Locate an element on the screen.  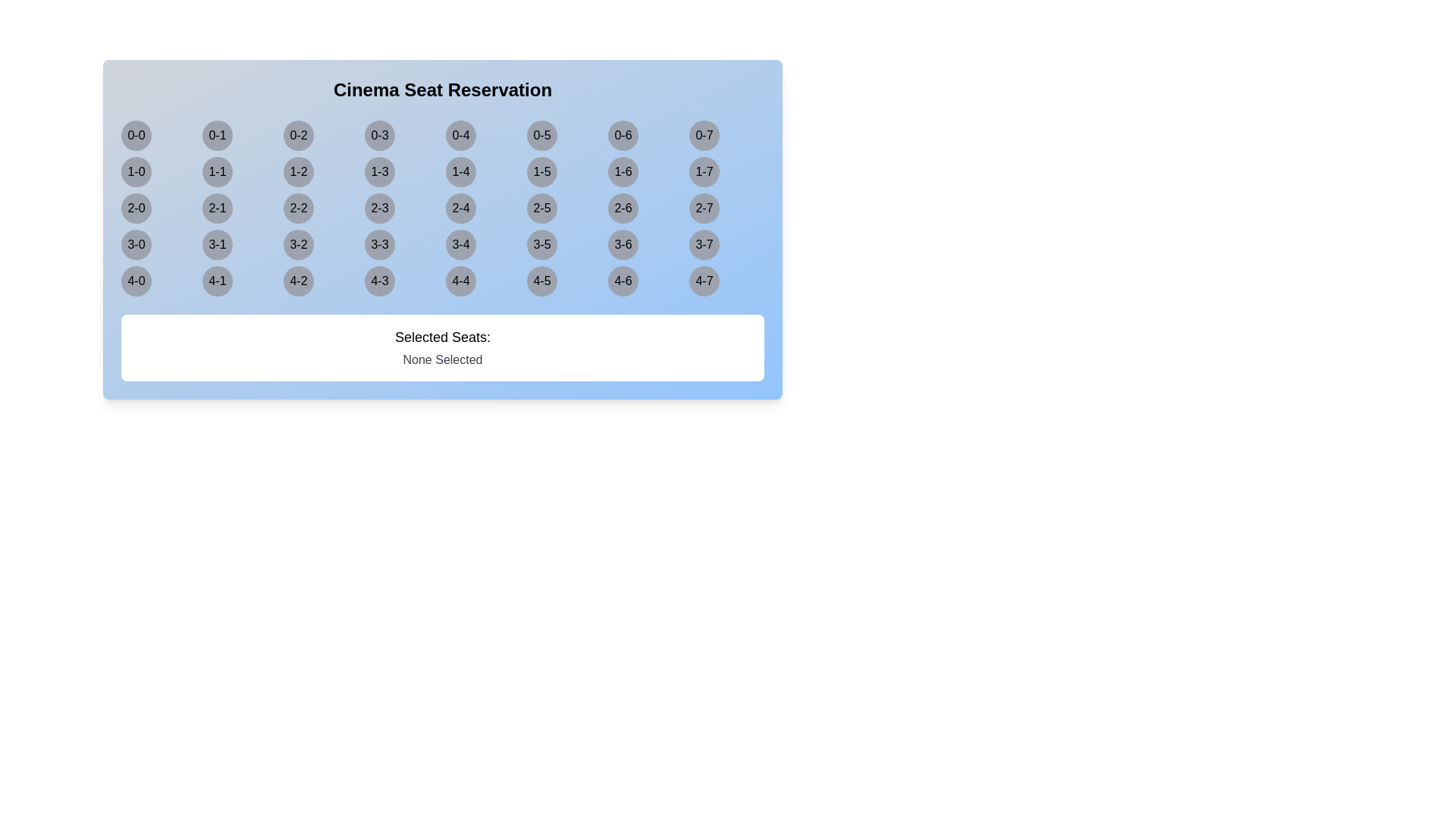
the circular button labeled '0-6' with a gray background is located at coordinates (623, 134).